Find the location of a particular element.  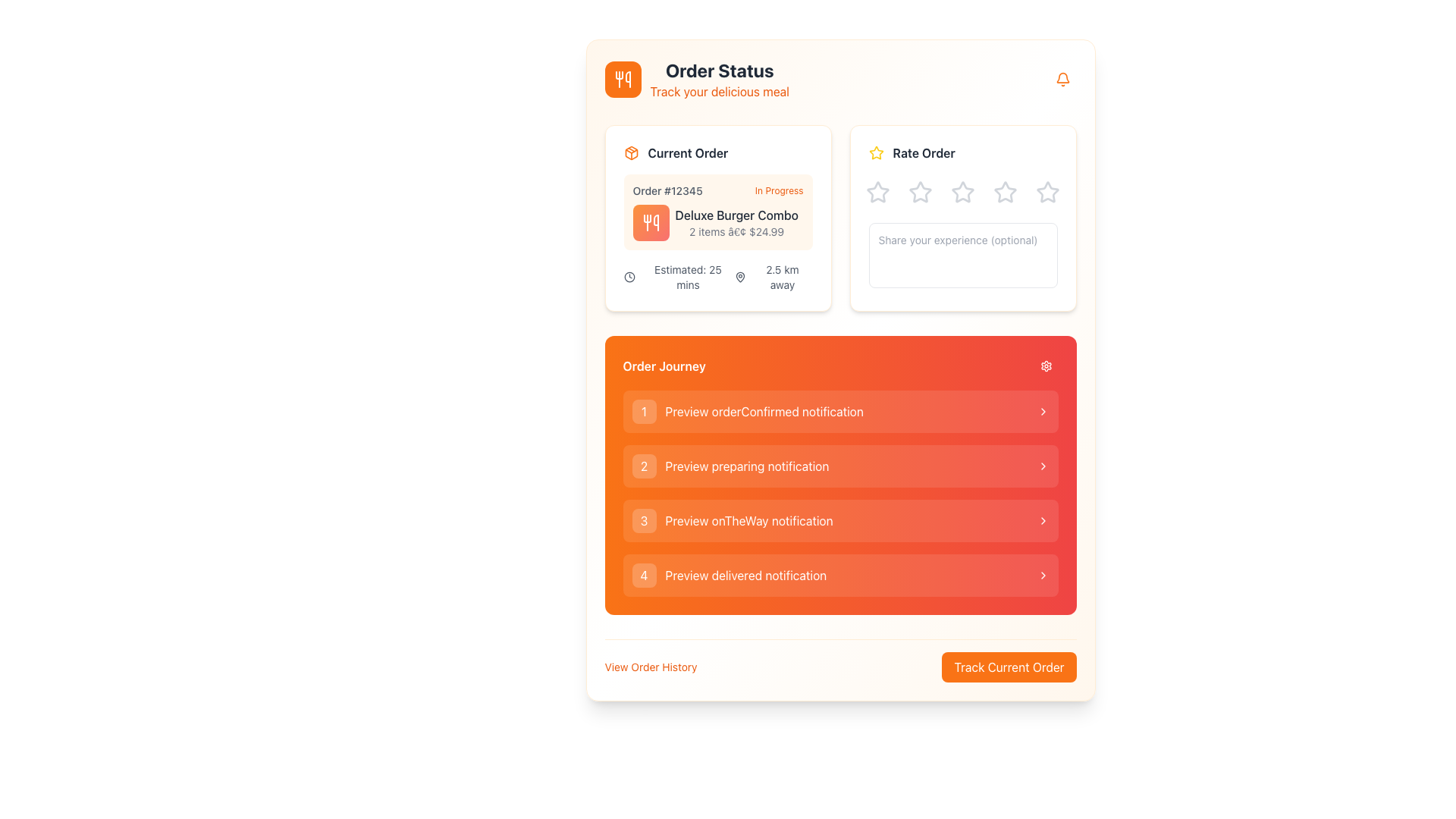

the settings icon located in the top-right corner of the 'Order Journey' section is located at coordinates (1045, 366).